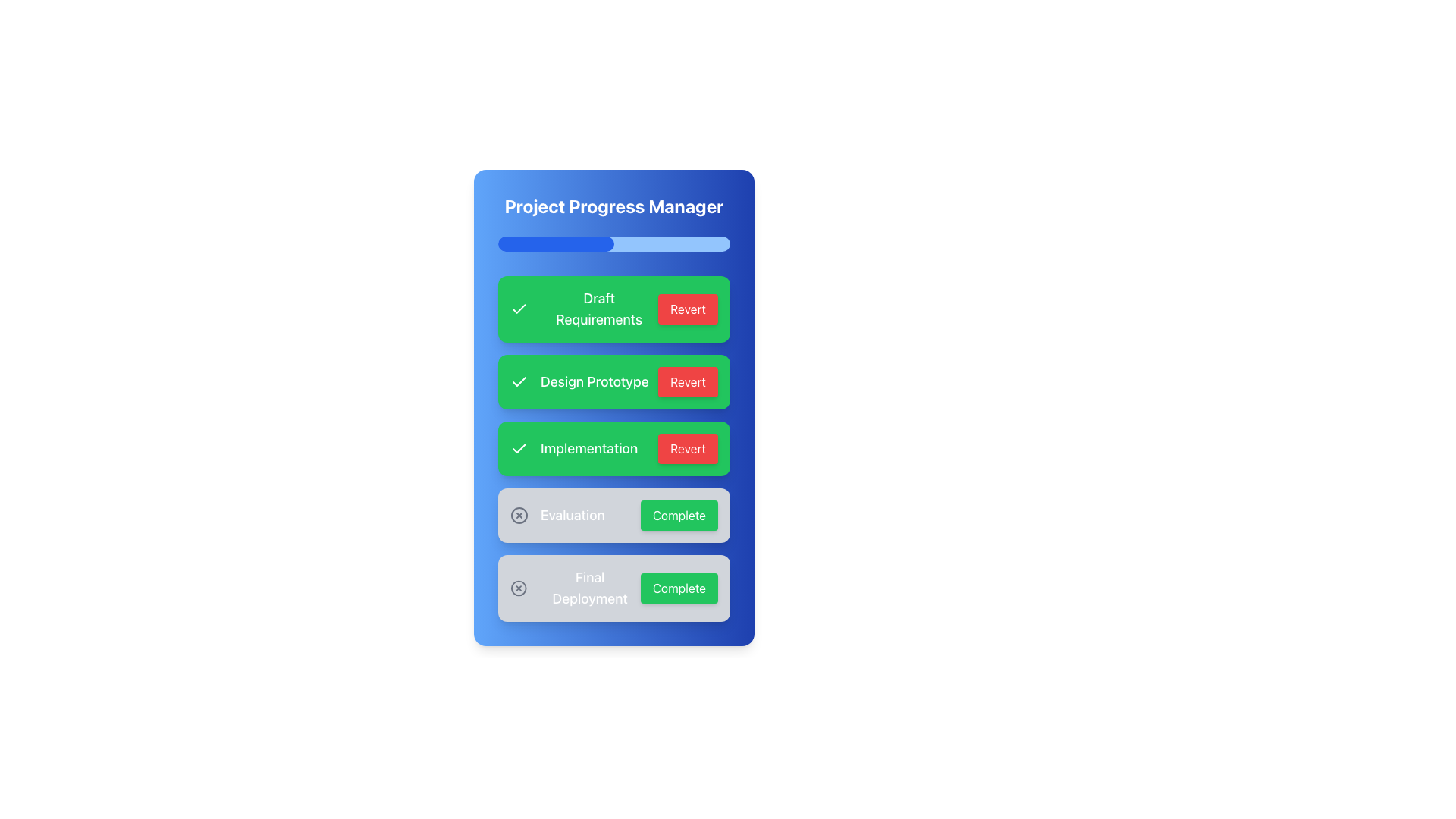  What do you see at coordinates (573, 447) in the screenshot?
I see `the 'Implementation' step element` at bounding box center [573, 447].